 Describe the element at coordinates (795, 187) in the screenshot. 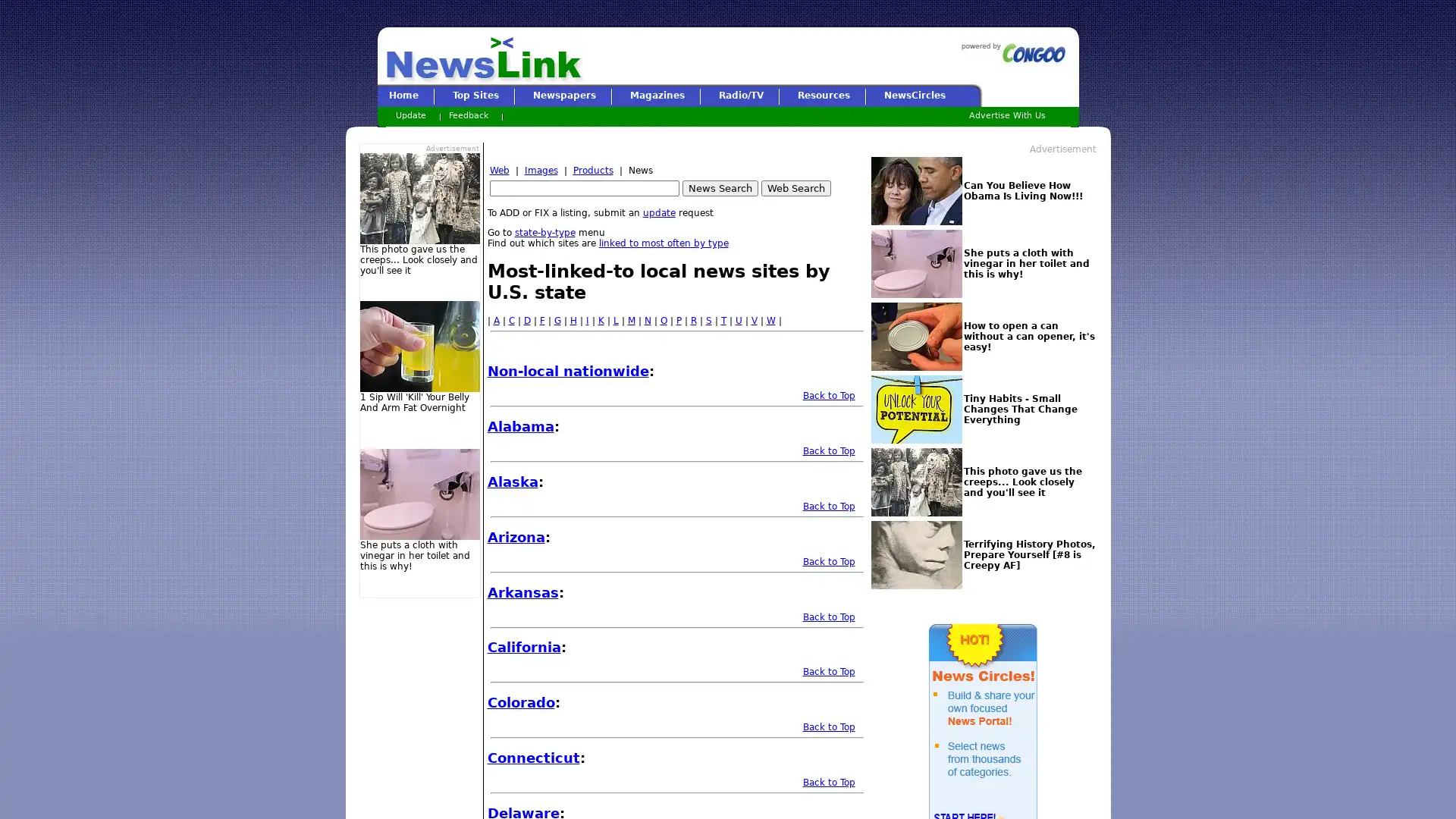

I see `Web Search` at that location.